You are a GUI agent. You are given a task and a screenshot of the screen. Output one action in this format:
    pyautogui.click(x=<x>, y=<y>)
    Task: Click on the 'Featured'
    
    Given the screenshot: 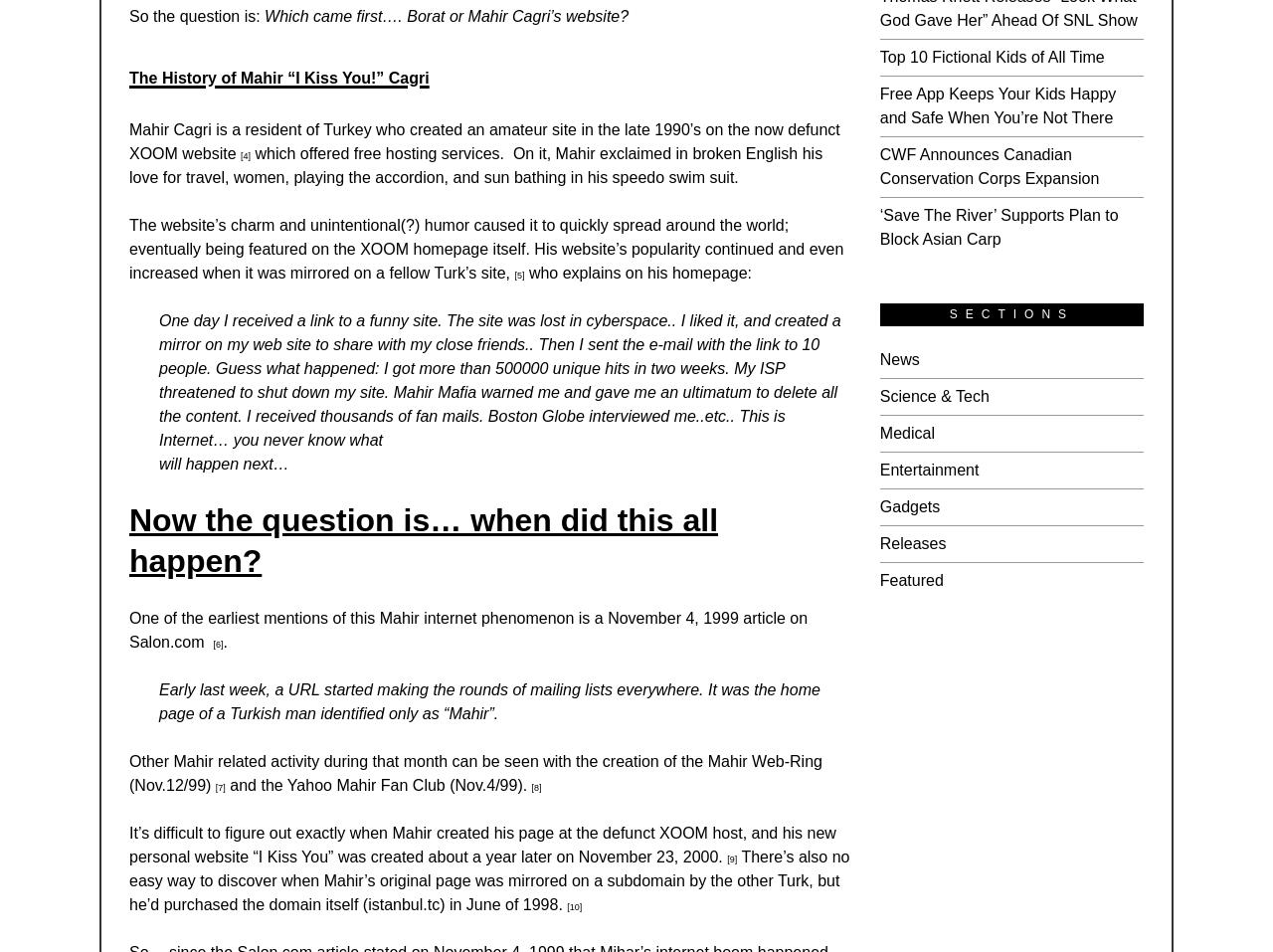 What is the action you would take?
    pyautogui.click(x=909, y=579)
    